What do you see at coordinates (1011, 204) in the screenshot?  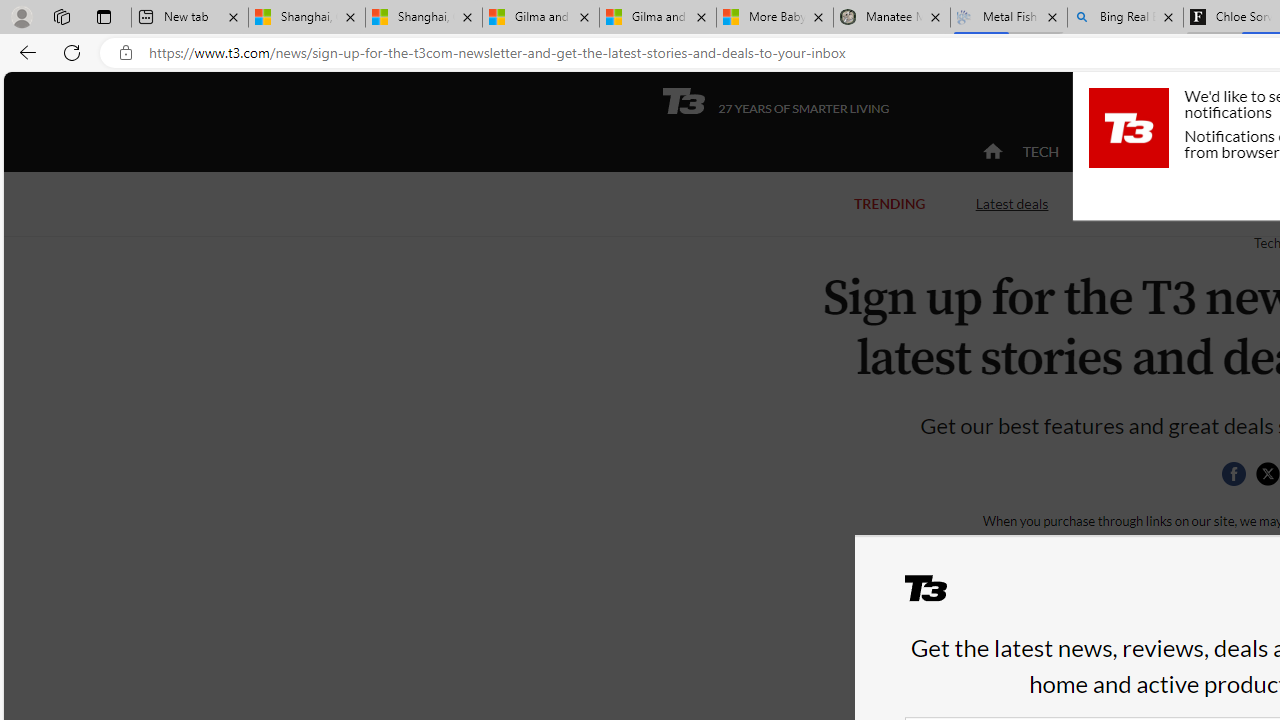 I see `'Latest deals'` at bounding box center [1011, 204].